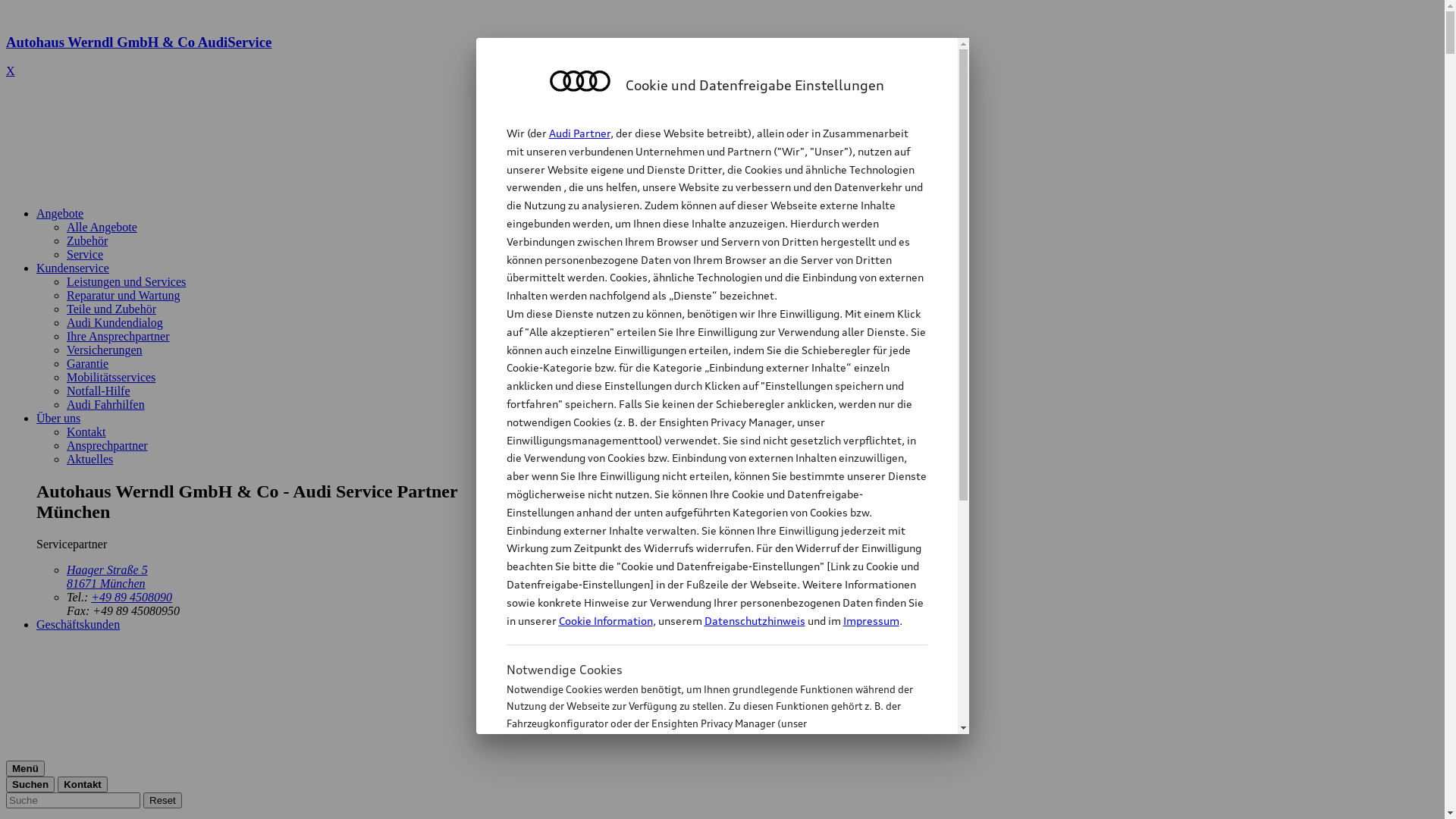 Image resolution: width=1456 pixels, height=819 pixels. Describe the element at coordinates (11, 71) in the screenshot. I see `'X'` at that location.